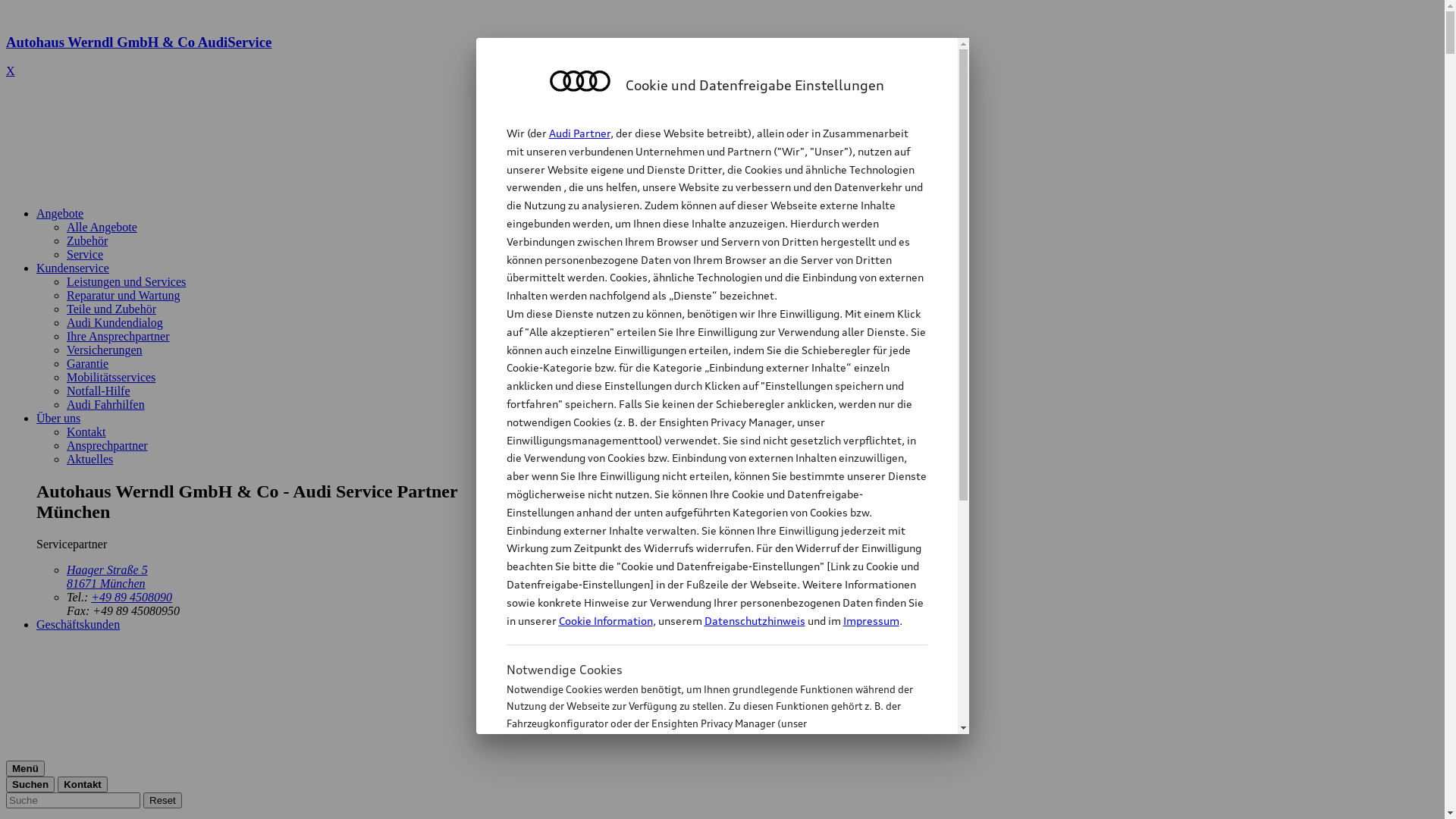 Image resolution: width=1456 pixels, height=819 pixels. Describe the element at coordinates (11, 71) in the screenshot. I see `'X'` at that location.